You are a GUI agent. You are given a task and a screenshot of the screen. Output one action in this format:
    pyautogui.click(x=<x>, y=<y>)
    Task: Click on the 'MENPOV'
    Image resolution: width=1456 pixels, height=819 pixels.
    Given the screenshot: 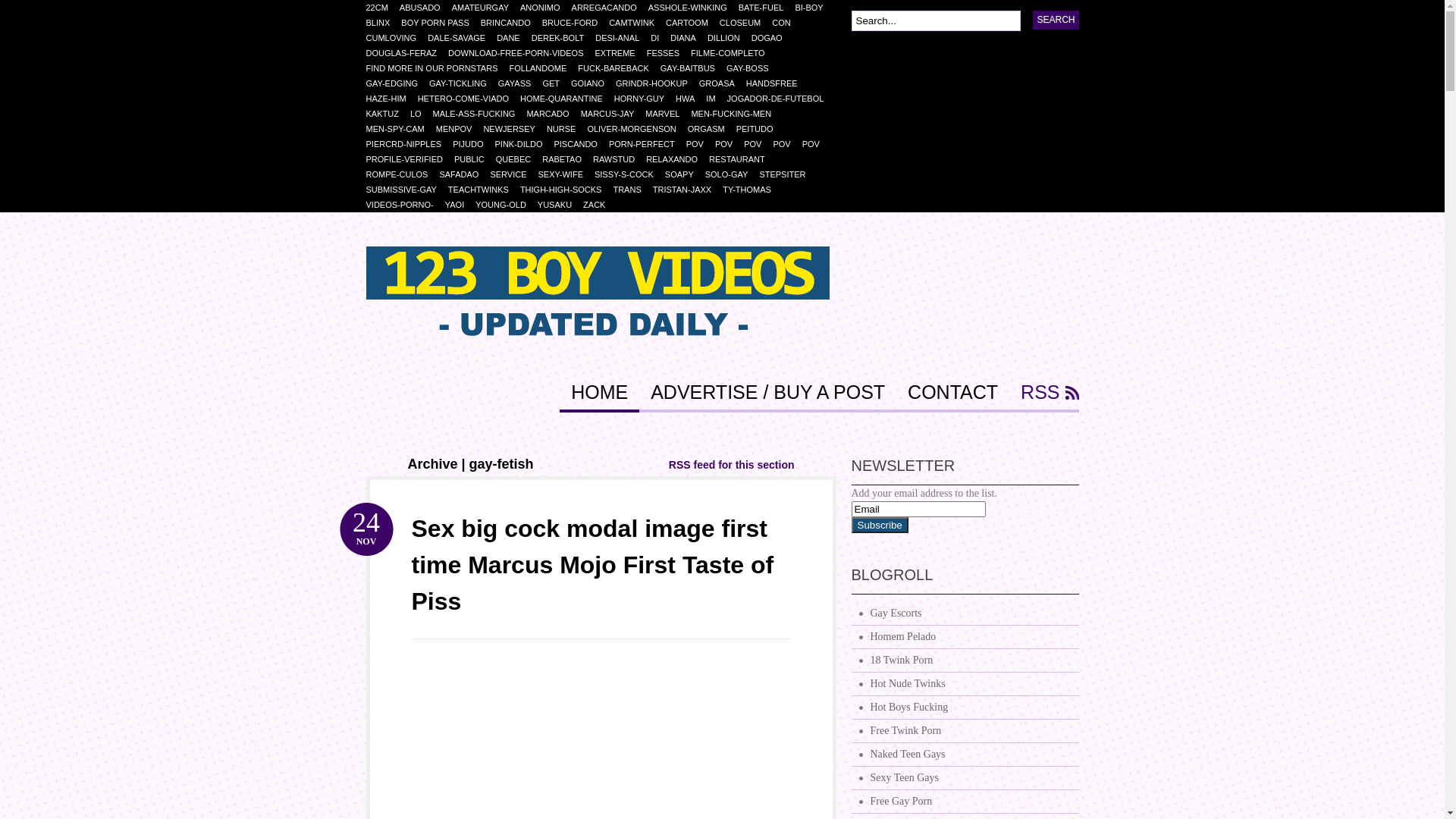 What is the action you would take?
    pyautogui.click(x=459, y=127)
    